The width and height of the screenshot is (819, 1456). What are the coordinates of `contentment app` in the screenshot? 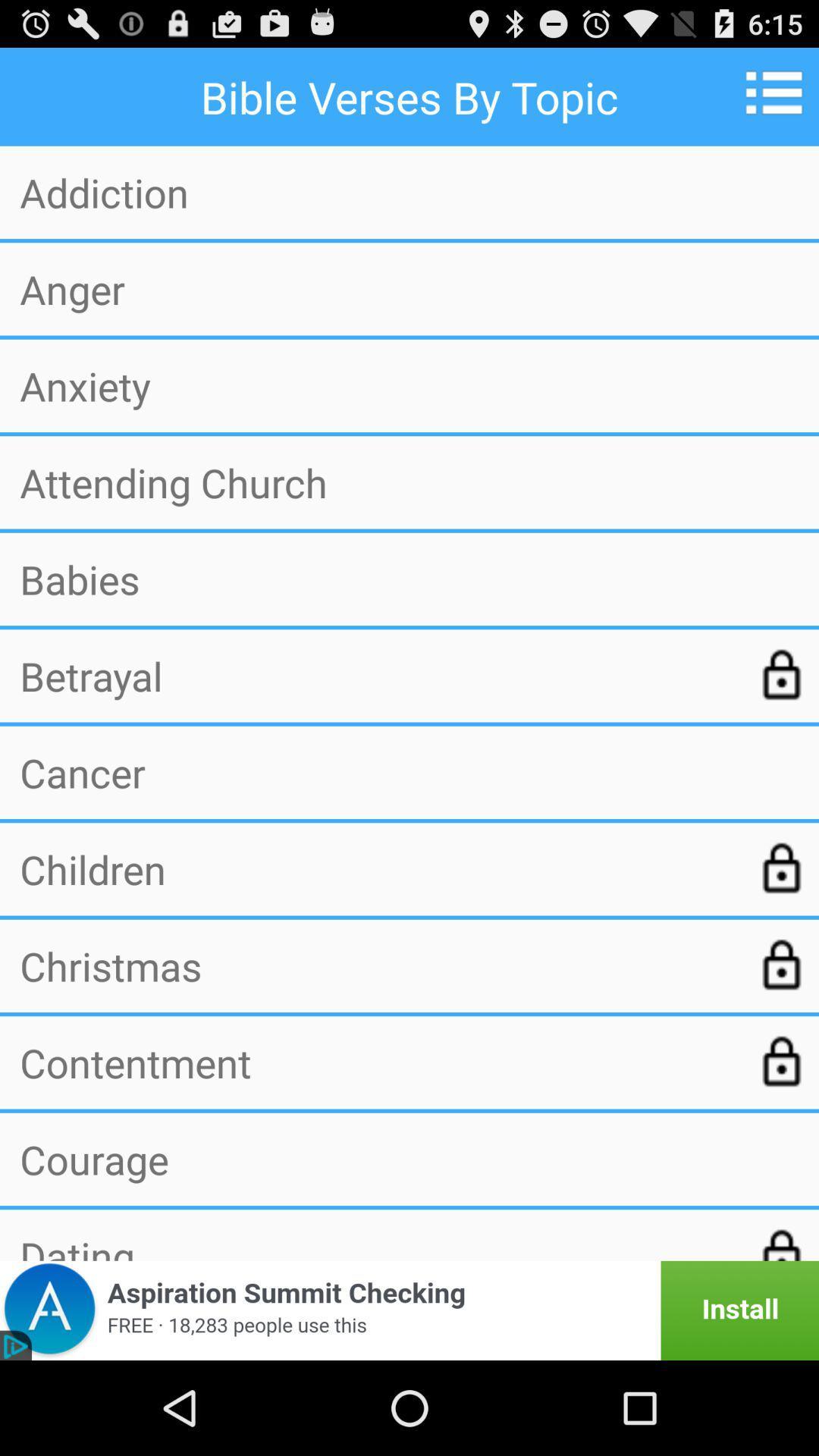 It's located at (376, 1062).